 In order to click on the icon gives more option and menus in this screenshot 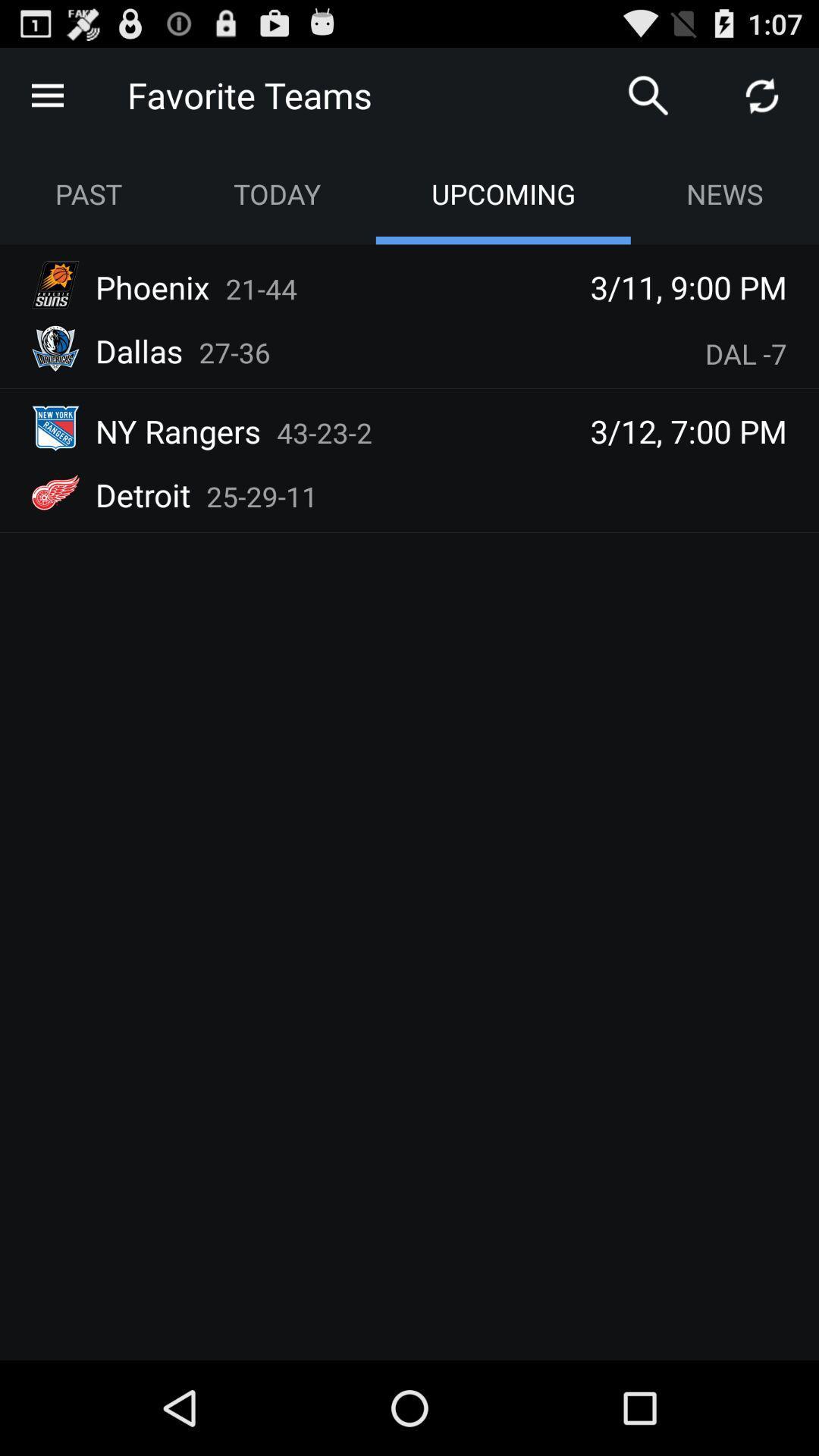, I will do `click(46, 94)`.